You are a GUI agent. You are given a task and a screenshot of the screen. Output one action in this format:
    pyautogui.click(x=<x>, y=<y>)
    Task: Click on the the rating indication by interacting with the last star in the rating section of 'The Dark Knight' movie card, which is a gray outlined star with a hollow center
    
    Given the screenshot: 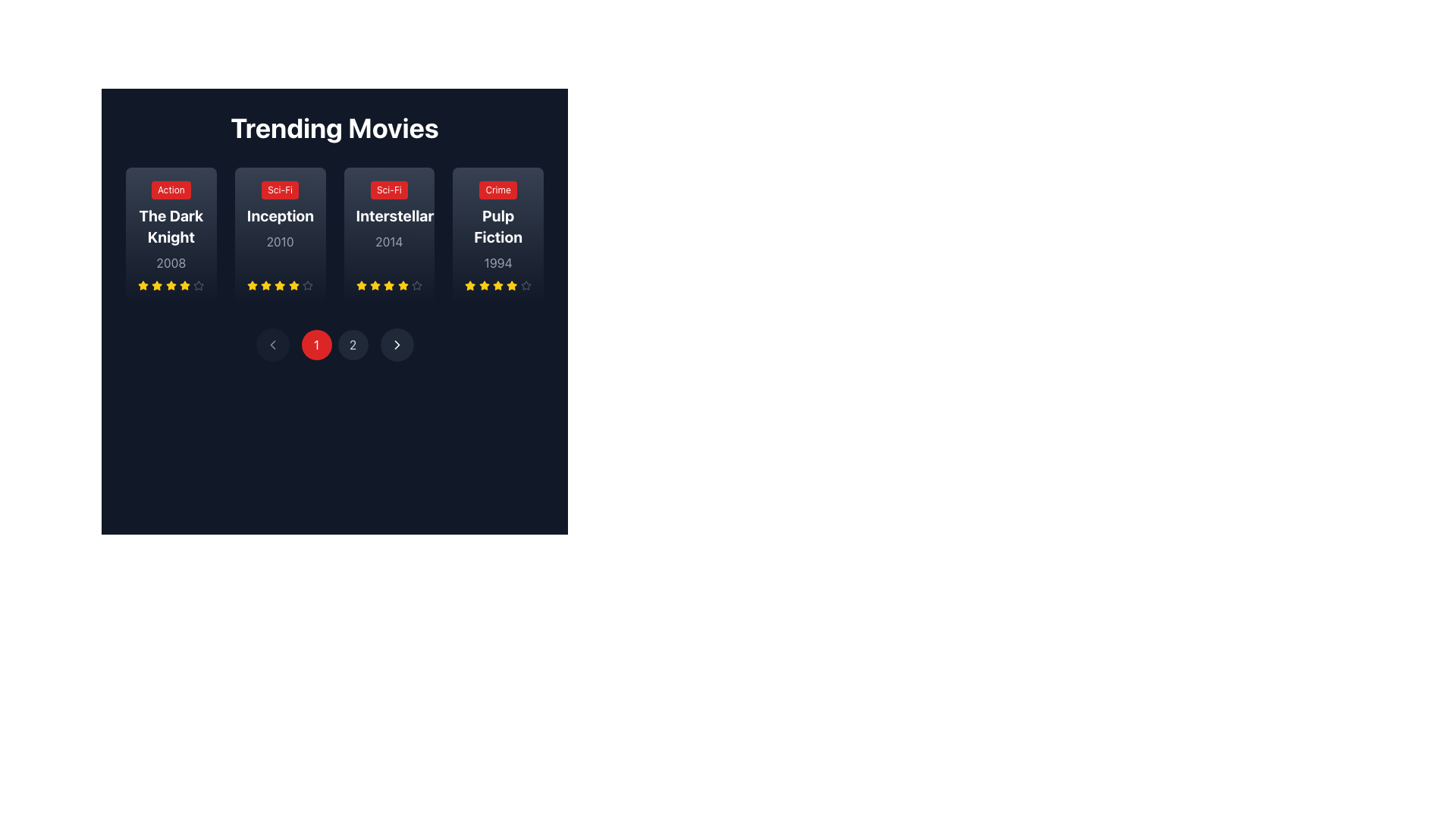 What is the action you would take?
    pyautogui.click(x=198, y=285)
    